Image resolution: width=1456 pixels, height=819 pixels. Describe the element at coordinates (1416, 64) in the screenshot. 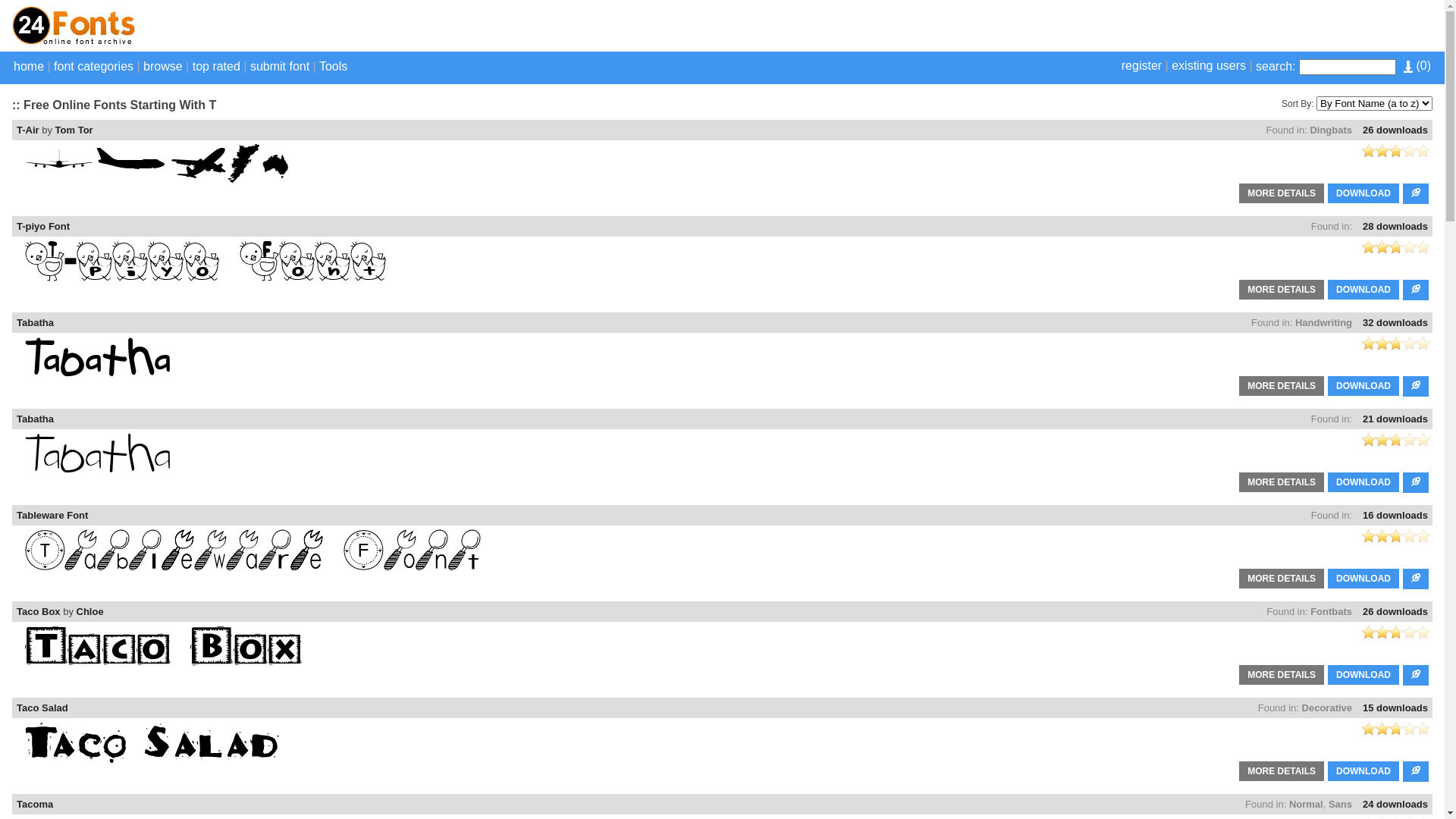

I see `'(0)'` at that location.